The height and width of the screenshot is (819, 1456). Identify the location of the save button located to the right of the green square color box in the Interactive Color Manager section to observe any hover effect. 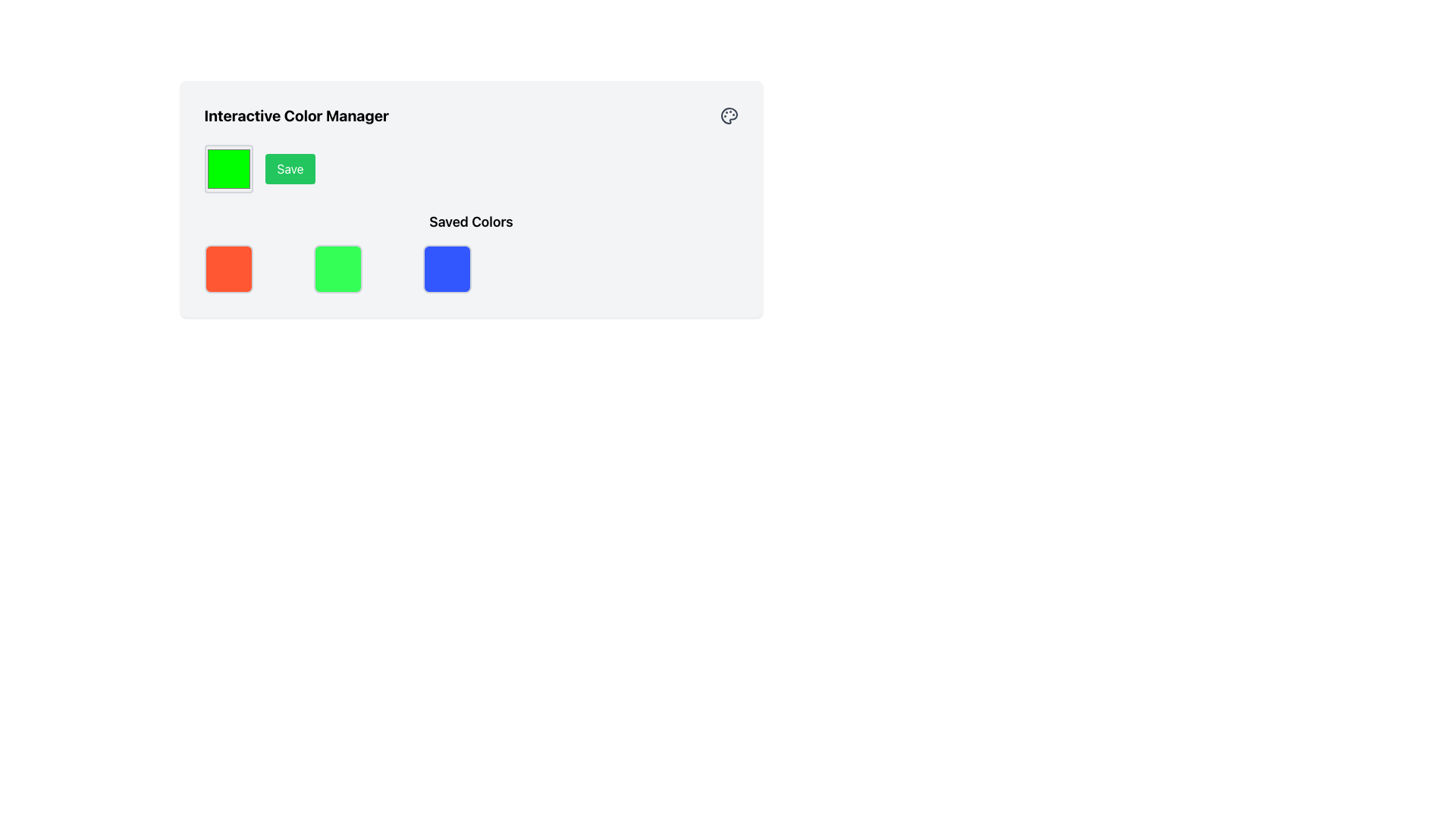
(290, 169).